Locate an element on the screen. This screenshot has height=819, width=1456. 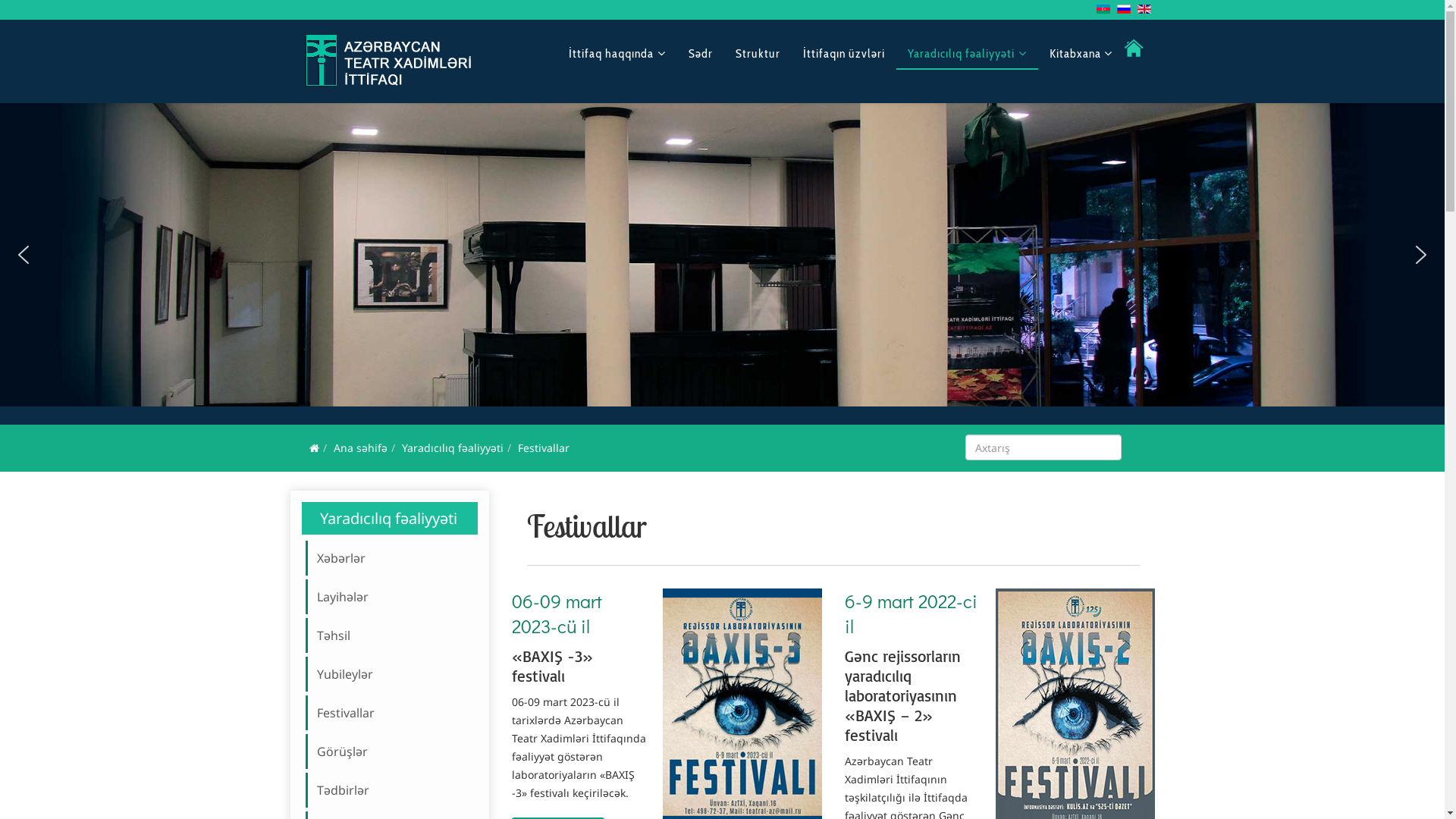
'English (United Kingdom)' is located at coordinates (1137, 8).